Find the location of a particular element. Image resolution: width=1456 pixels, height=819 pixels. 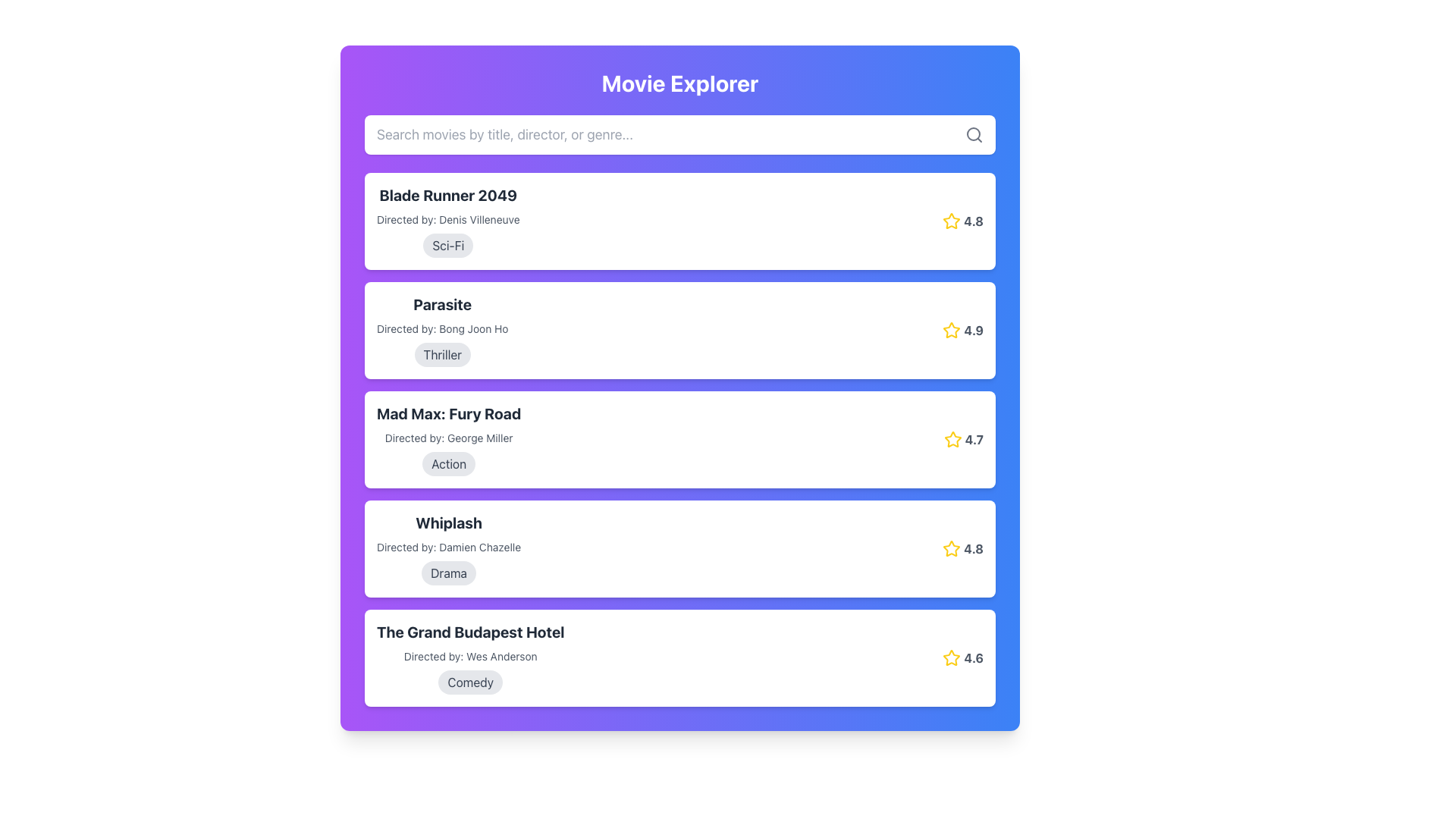

the star icon representing the movie rating in the first movie entry of the list, located to the left of the numeric rating value is located at coordinates (951, 221).